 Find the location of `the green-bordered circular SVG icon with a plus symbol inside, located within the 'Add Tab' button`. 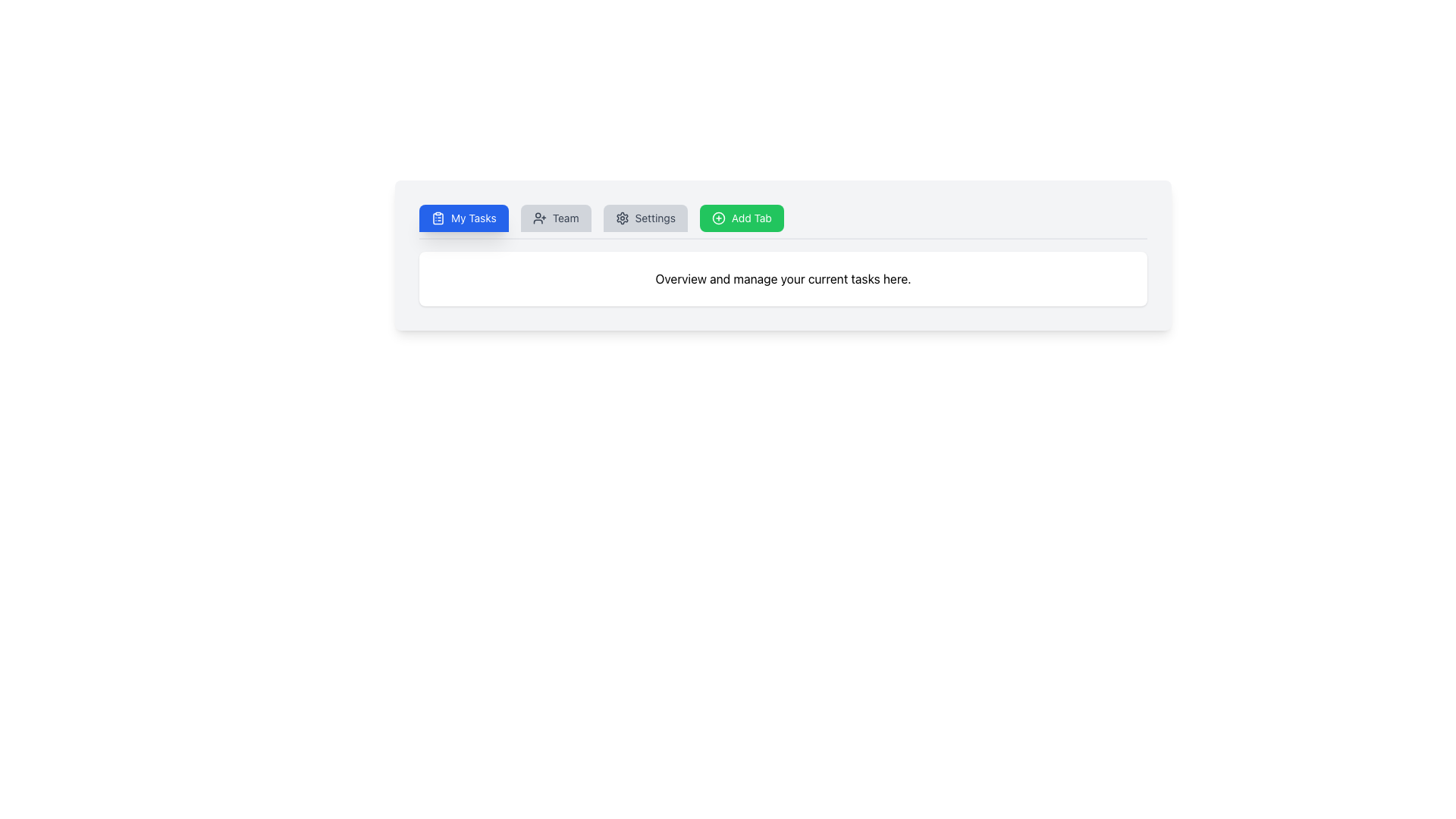

the green-bordered circular SVG icon with a plus symbol inside, located within the 'Add Tab' button is located at coordinates (717, 218).